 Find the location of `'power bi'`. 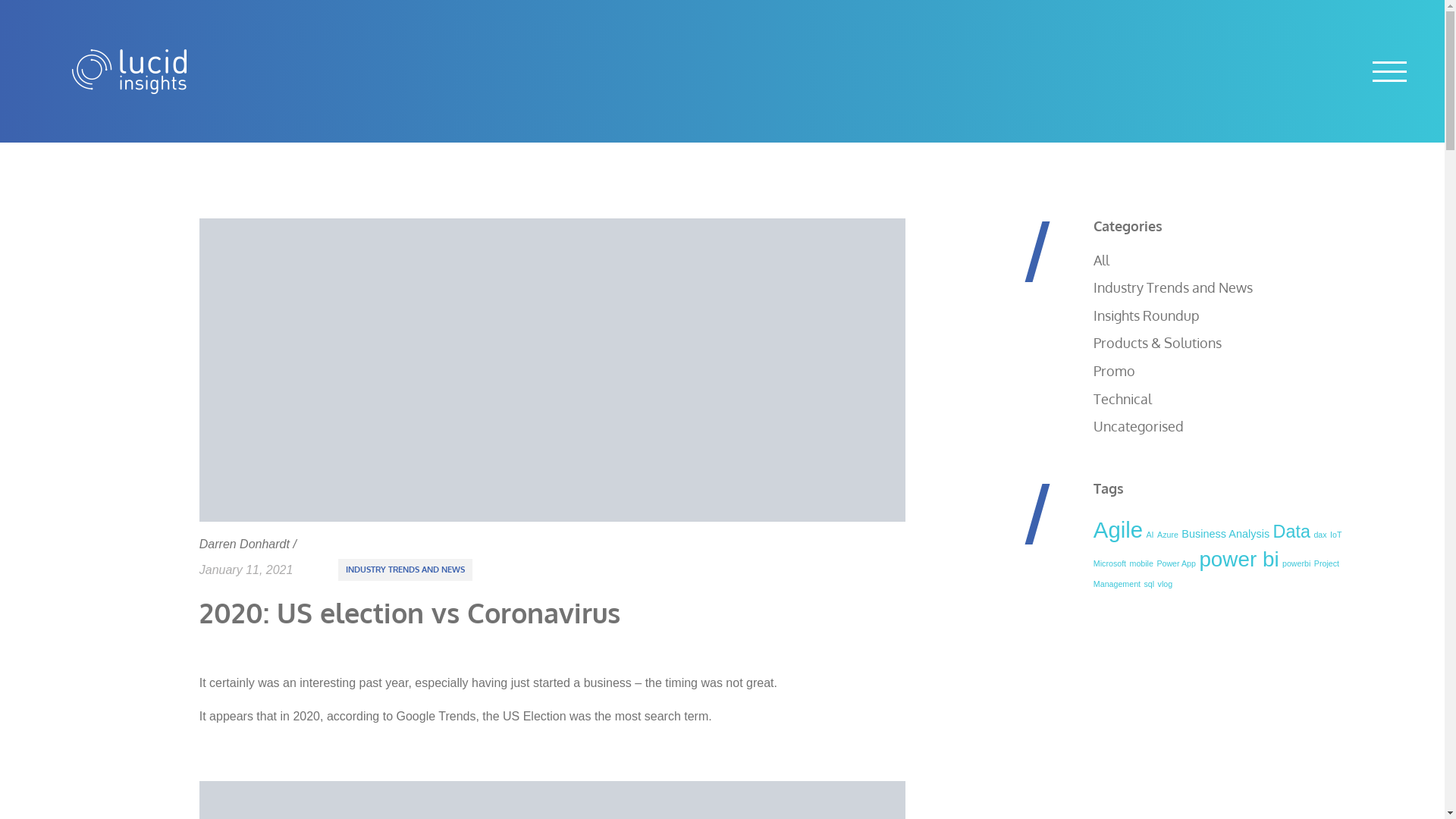

'power bi' is located at coordinates (1238, 559).